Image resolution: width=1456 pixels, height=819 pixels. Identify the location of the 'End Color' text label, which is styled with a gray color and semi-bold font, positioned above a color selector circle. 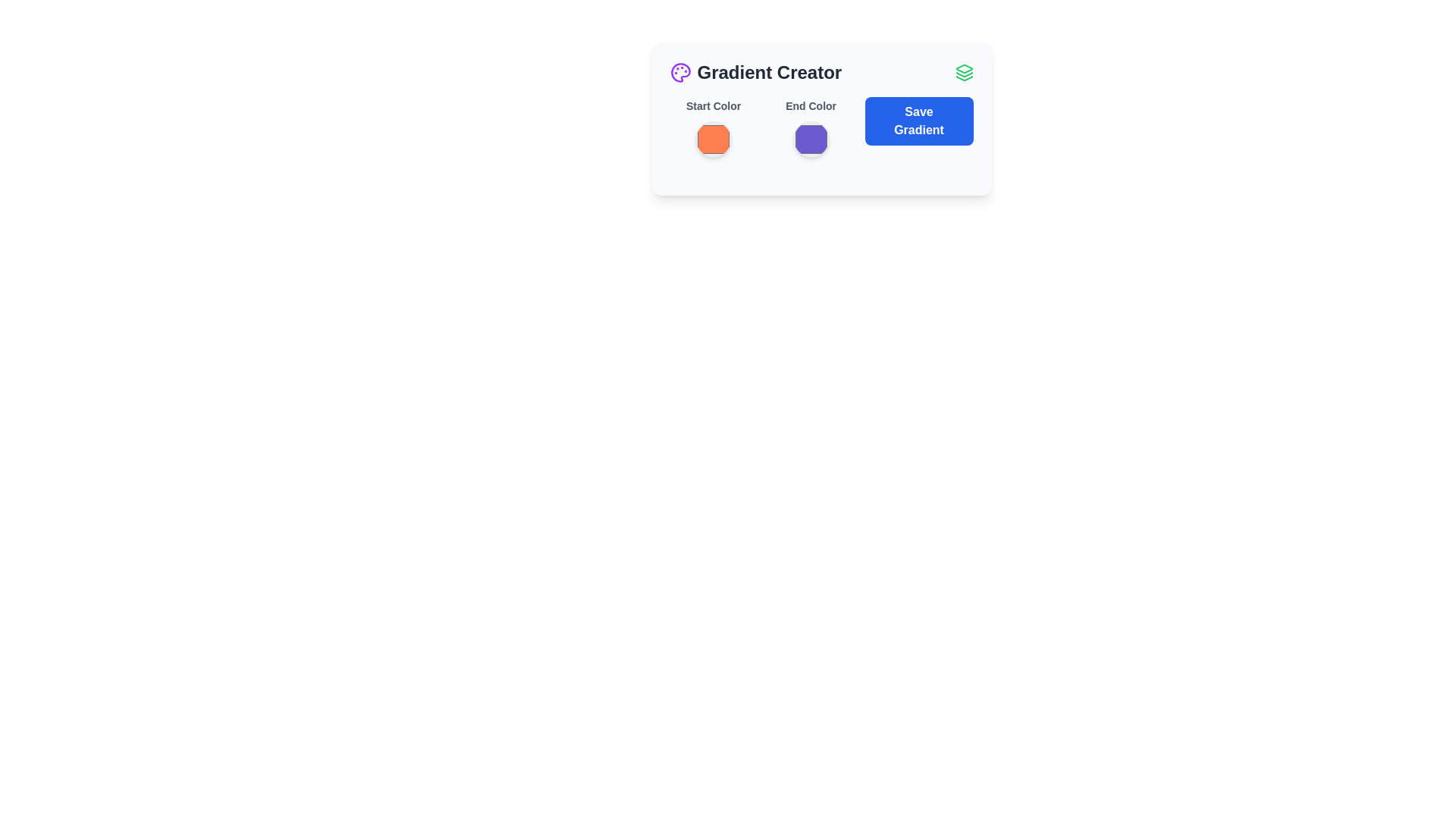
(810, 105).